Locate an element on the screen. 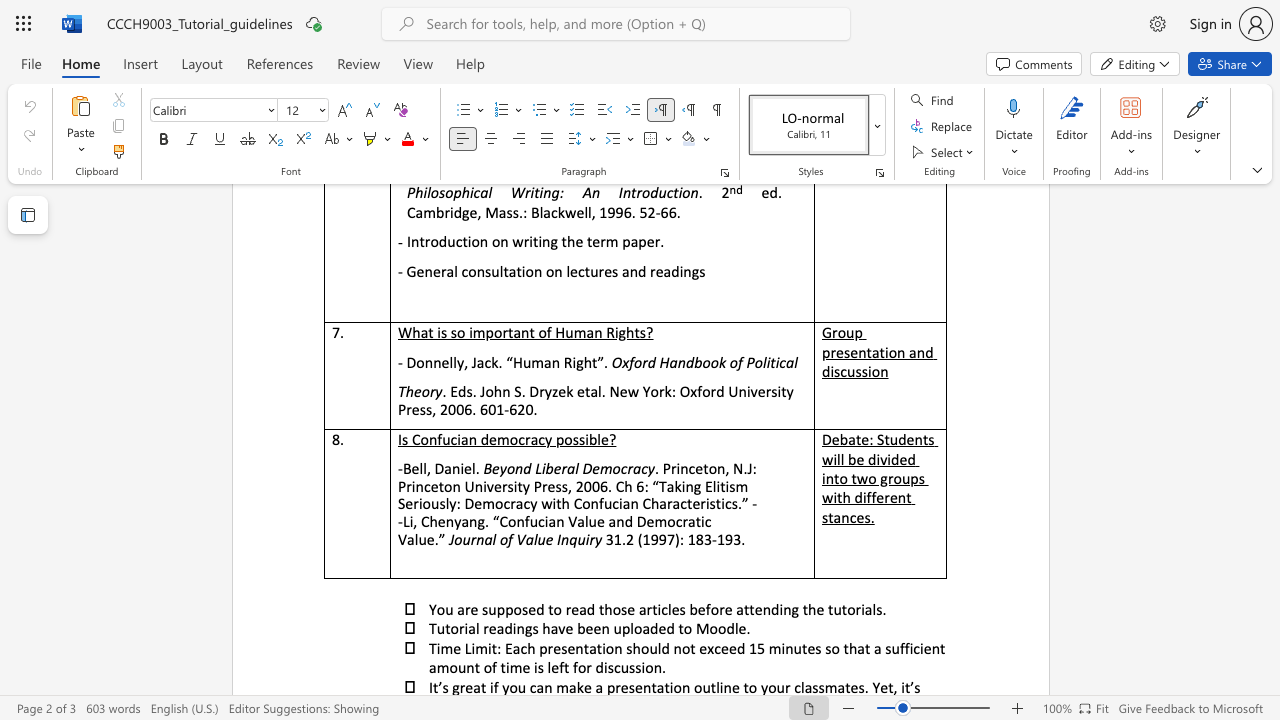 This screenshot has width=1280, height=720. the subset text "ucian dem" within the text "Is Confucian democracy possible?" is located at coordinates (441, 438).